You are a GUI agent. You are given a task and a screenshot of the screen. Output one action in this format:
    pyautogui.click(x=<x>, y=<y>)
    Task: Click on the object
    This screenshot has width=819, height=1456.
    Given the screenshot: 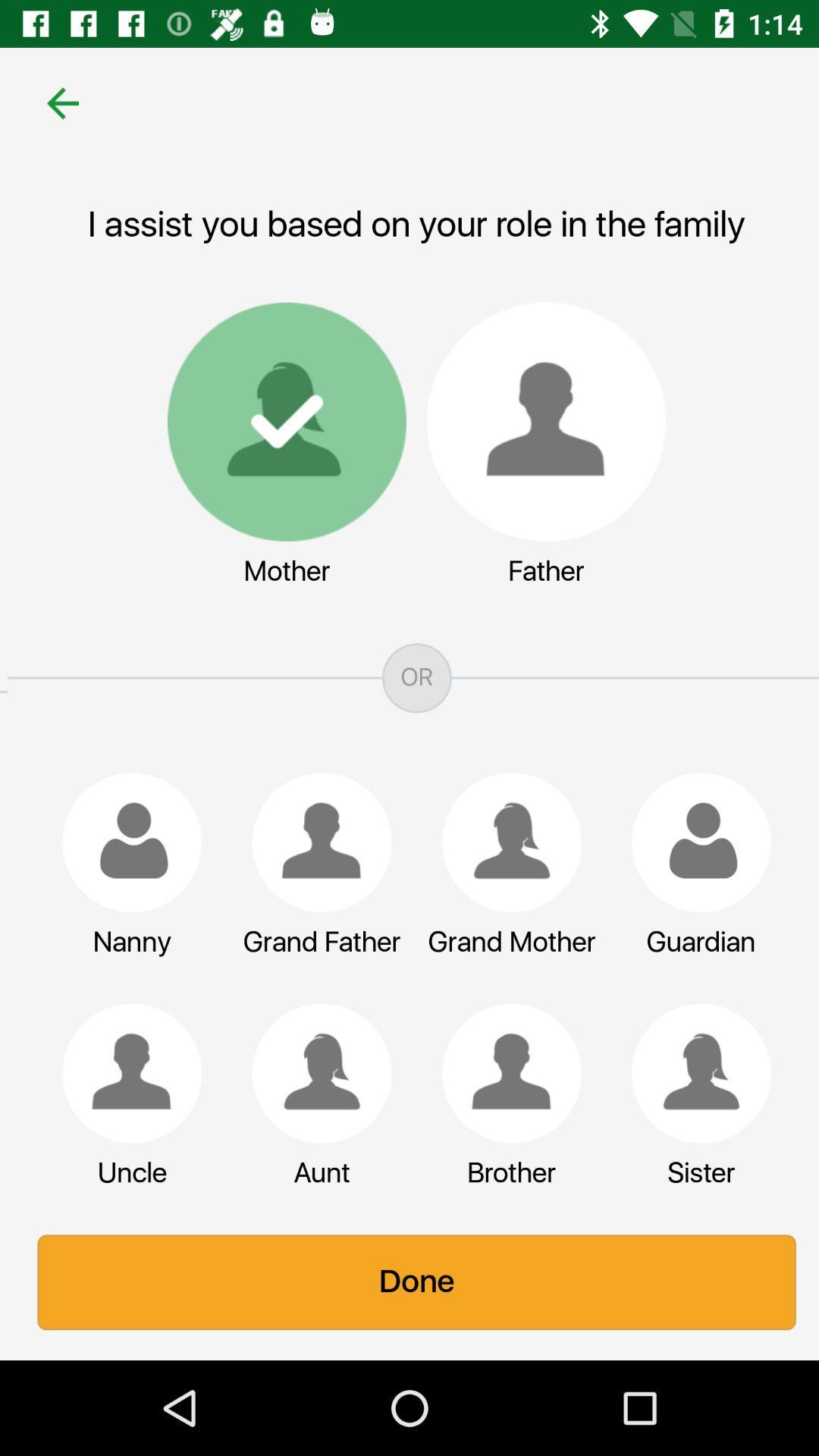 What is the action you would take?
    pyautogui.click(x=124, y=1072)
    